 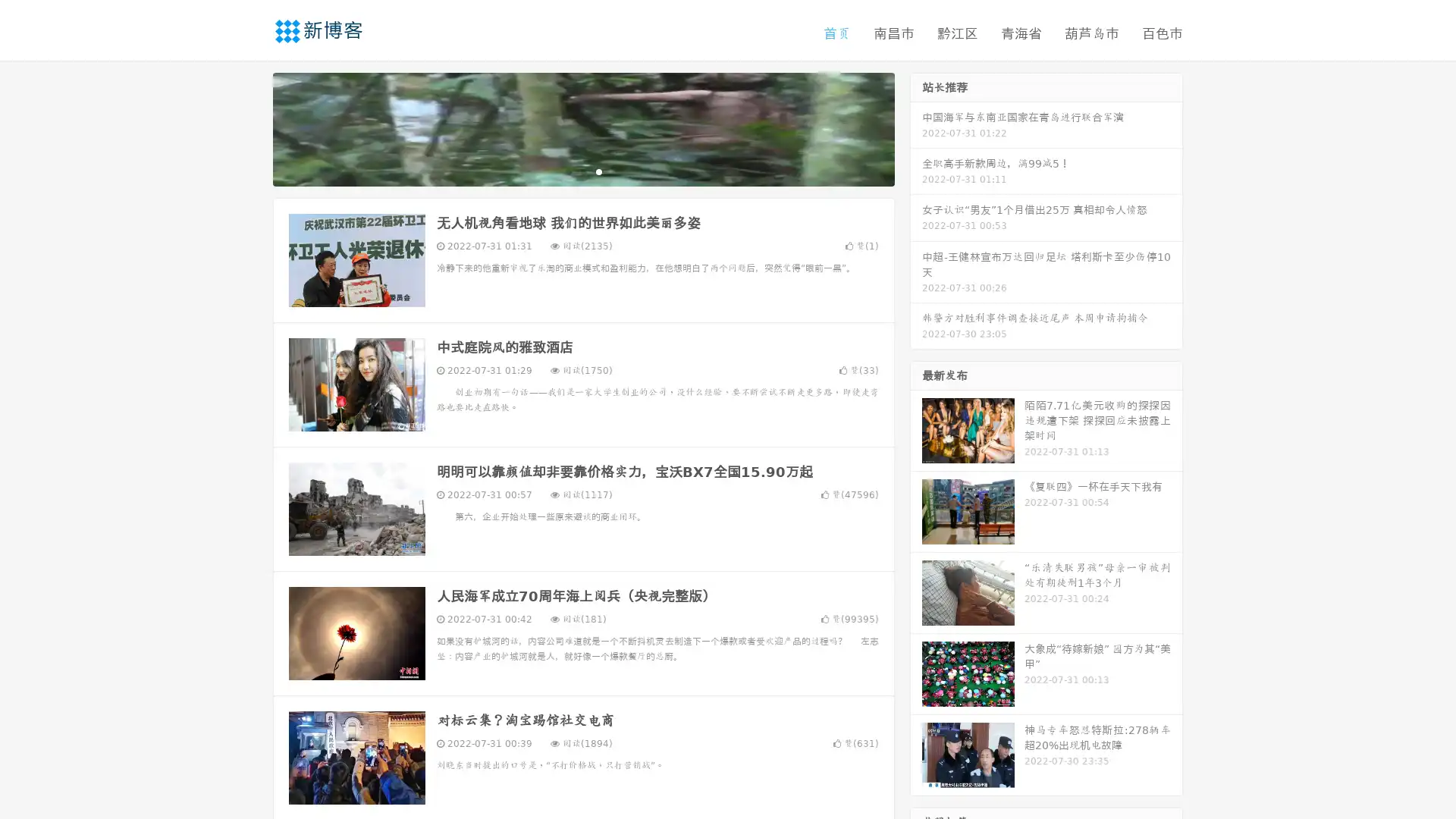 I want to click on Go to slide 2, so click(x=582, y=171).